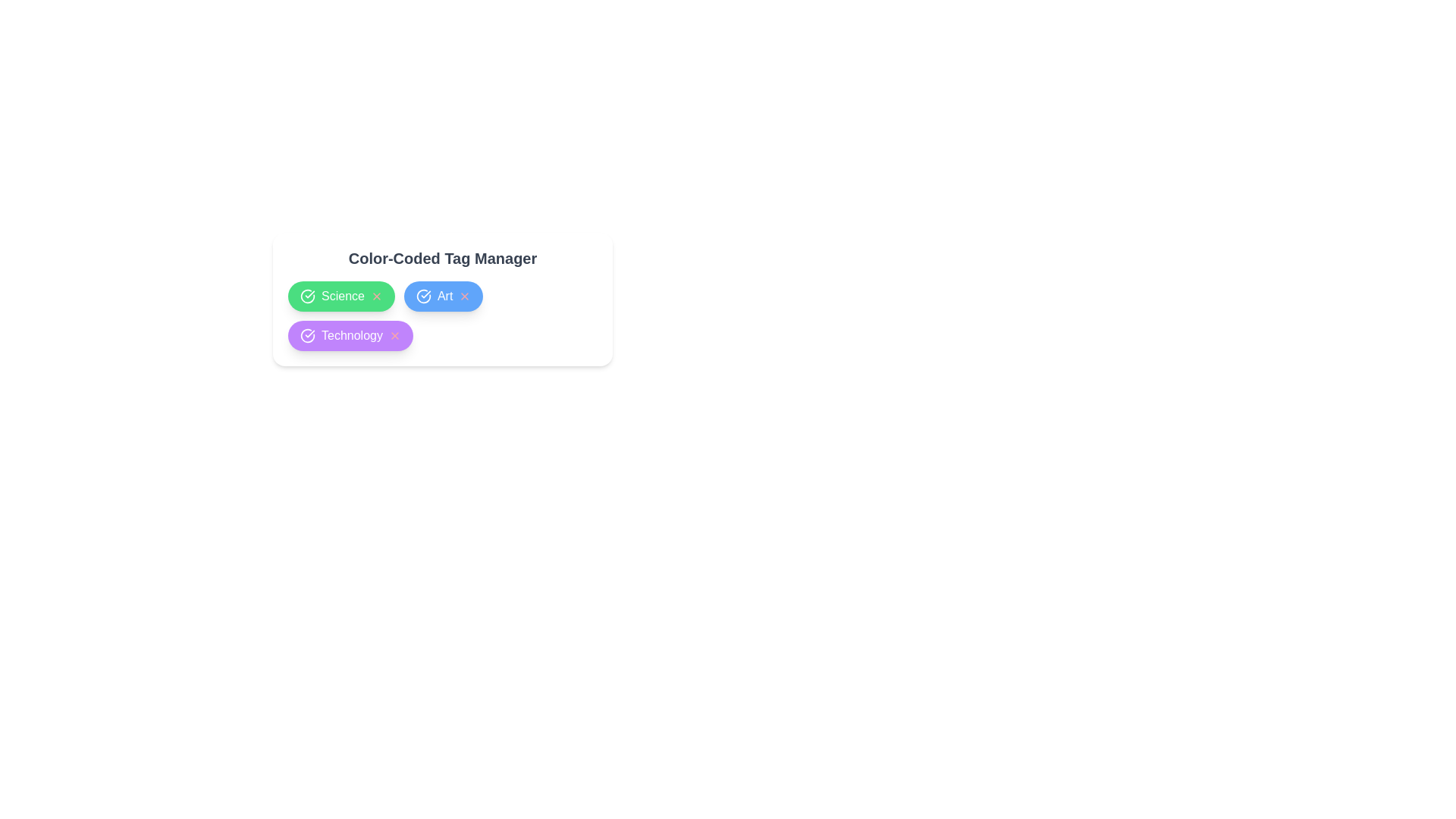 This screenshot has width=1456, height=819. I want to click on the tag Technology to see the hover effect, so click(349, 335).